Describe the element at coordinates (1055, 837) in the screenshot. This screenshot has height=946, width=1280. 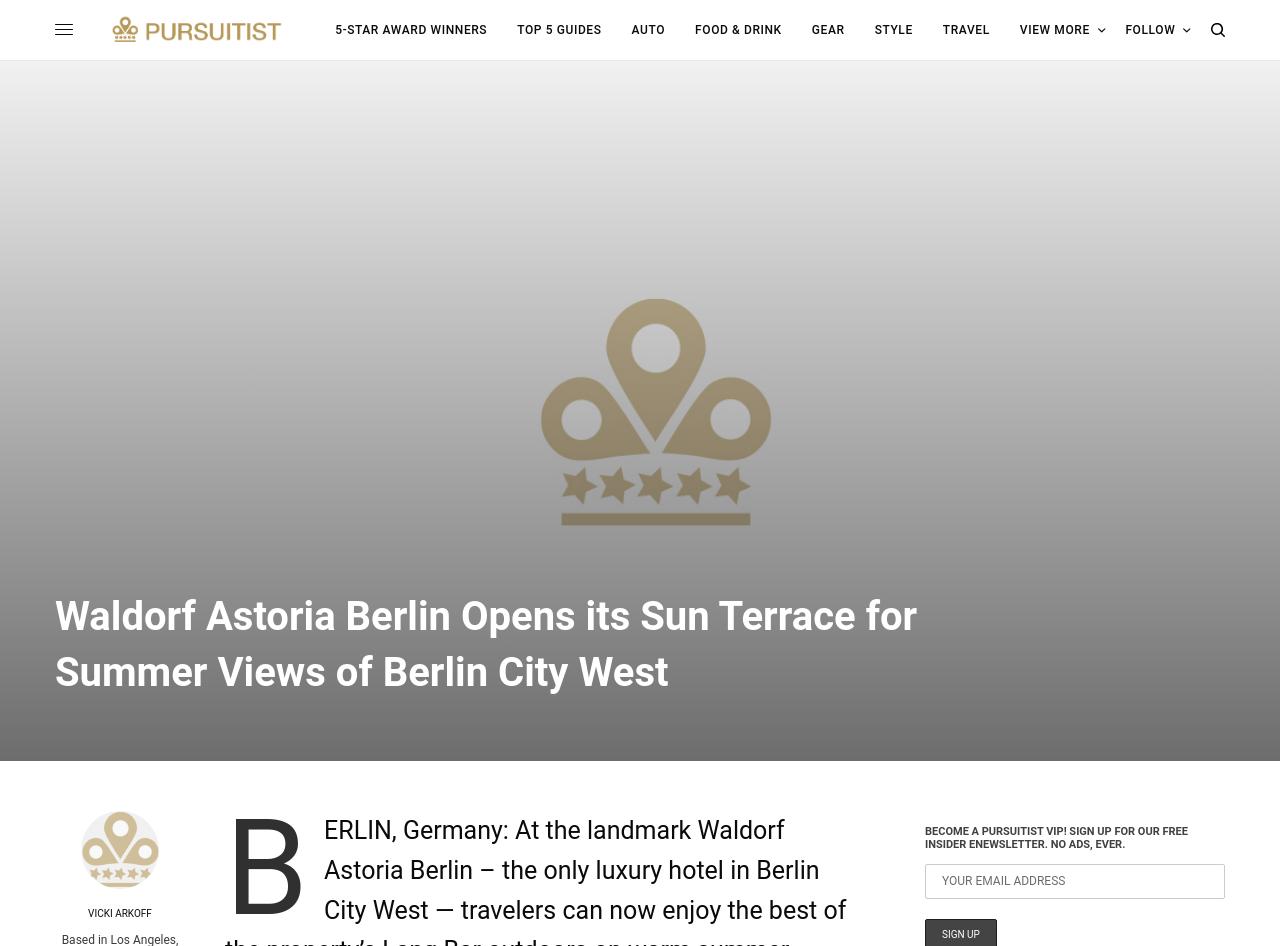
I see `'Become a Pursuitist VIP! Sign up for our Free Insider Enewsletter. No Ads, Ever.'` at that location.